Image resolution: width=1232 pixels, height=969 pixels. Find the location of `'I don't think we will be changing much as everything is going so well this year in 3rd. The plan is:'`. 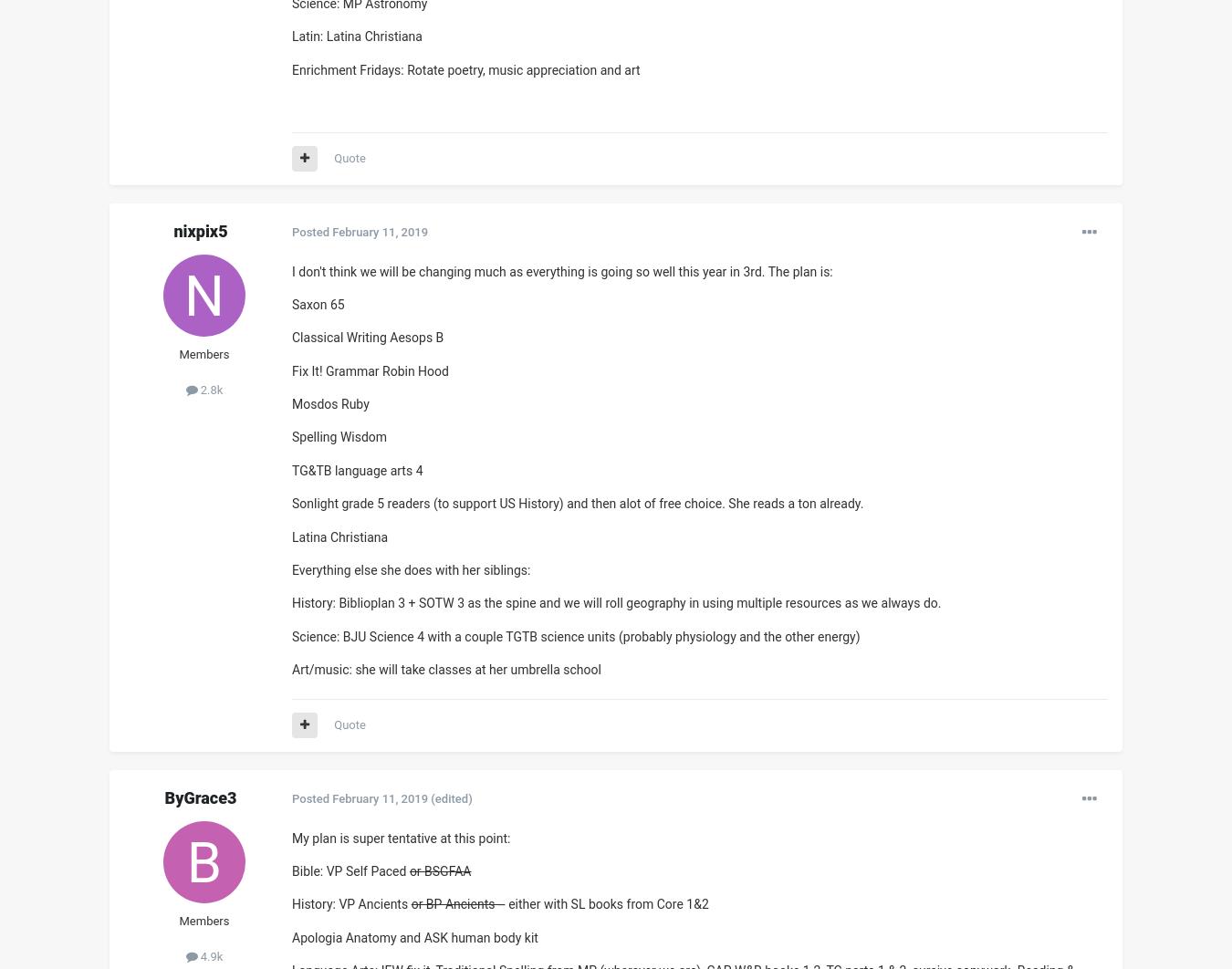

'I don't think we will be changing much as everything is going so well this year in 3rd. The plan is:' is located at coordinates (562, 270).